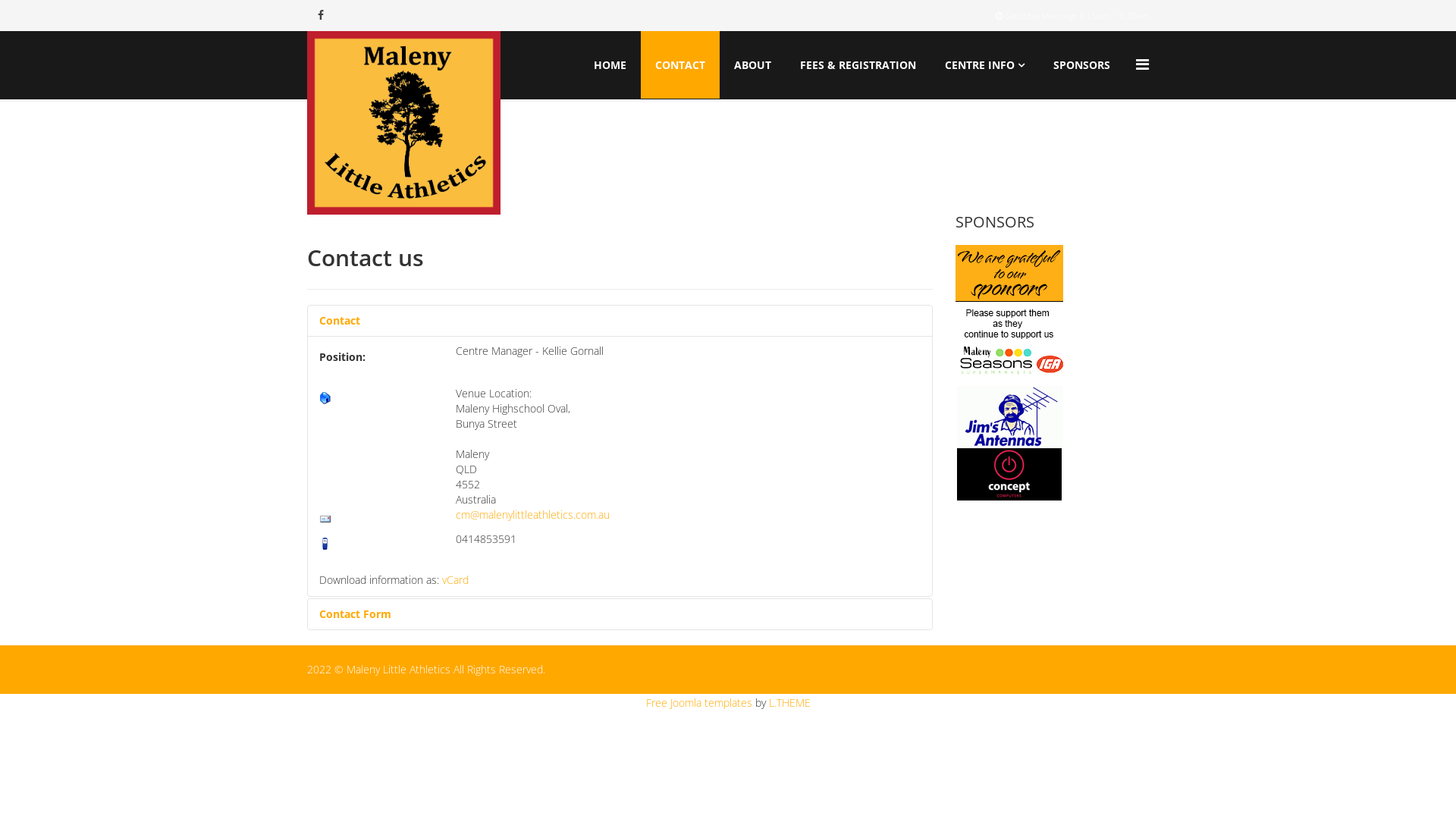 This screenshot has width=1456, height=819. What do you see at coordinates (752, 64) in the screenshot?
I see `'ABOUT'` at bounding box center [752, 64].